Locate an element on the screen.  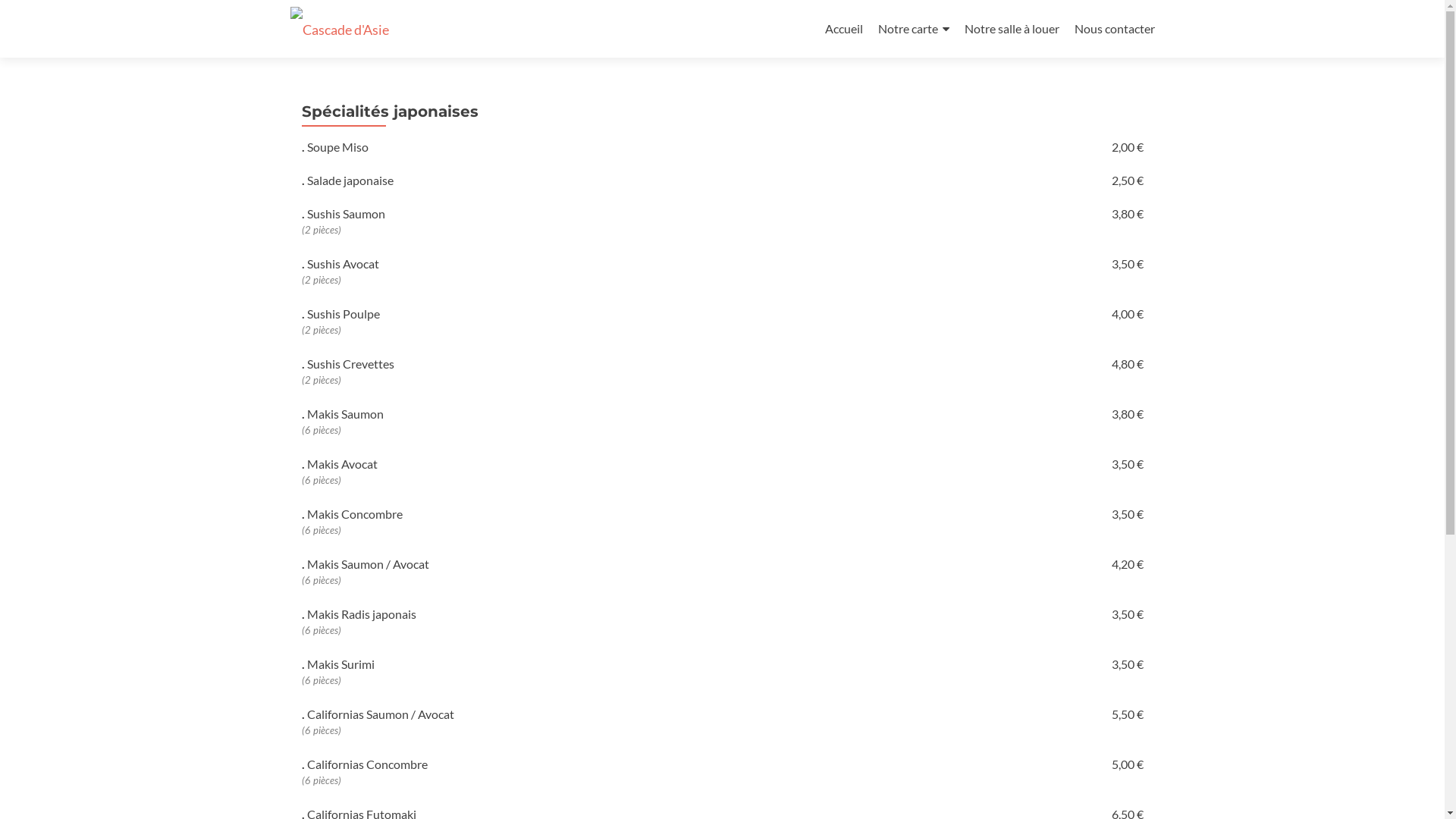
'Nous contacter' is located at coordinates (1113, 28).